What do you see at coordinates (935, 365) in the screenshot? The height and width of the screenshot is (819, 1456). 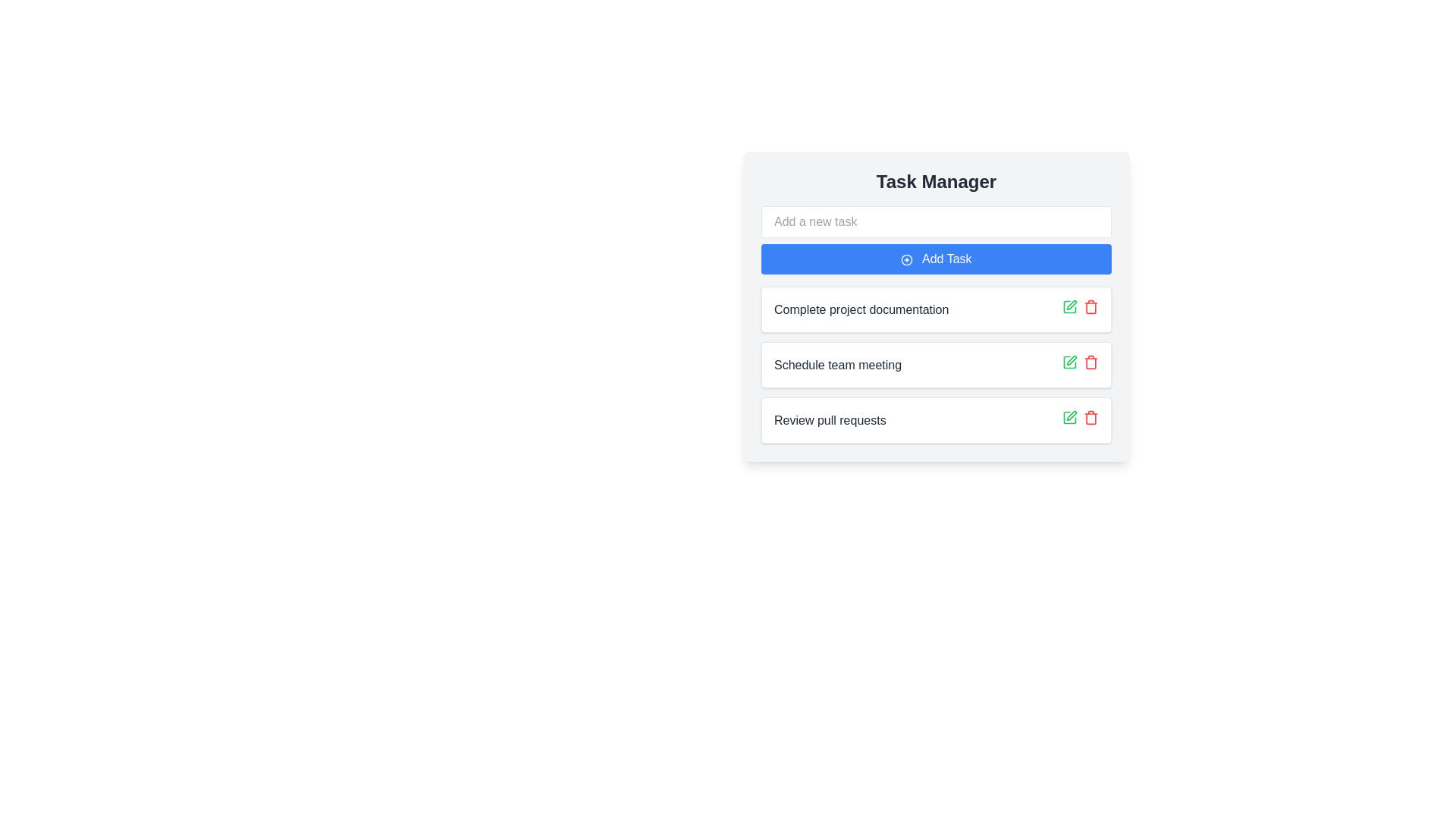 I see `to select the task 'Schedule team meeting' which is the second item in the task manager interface` at bounding box center [935, 365].